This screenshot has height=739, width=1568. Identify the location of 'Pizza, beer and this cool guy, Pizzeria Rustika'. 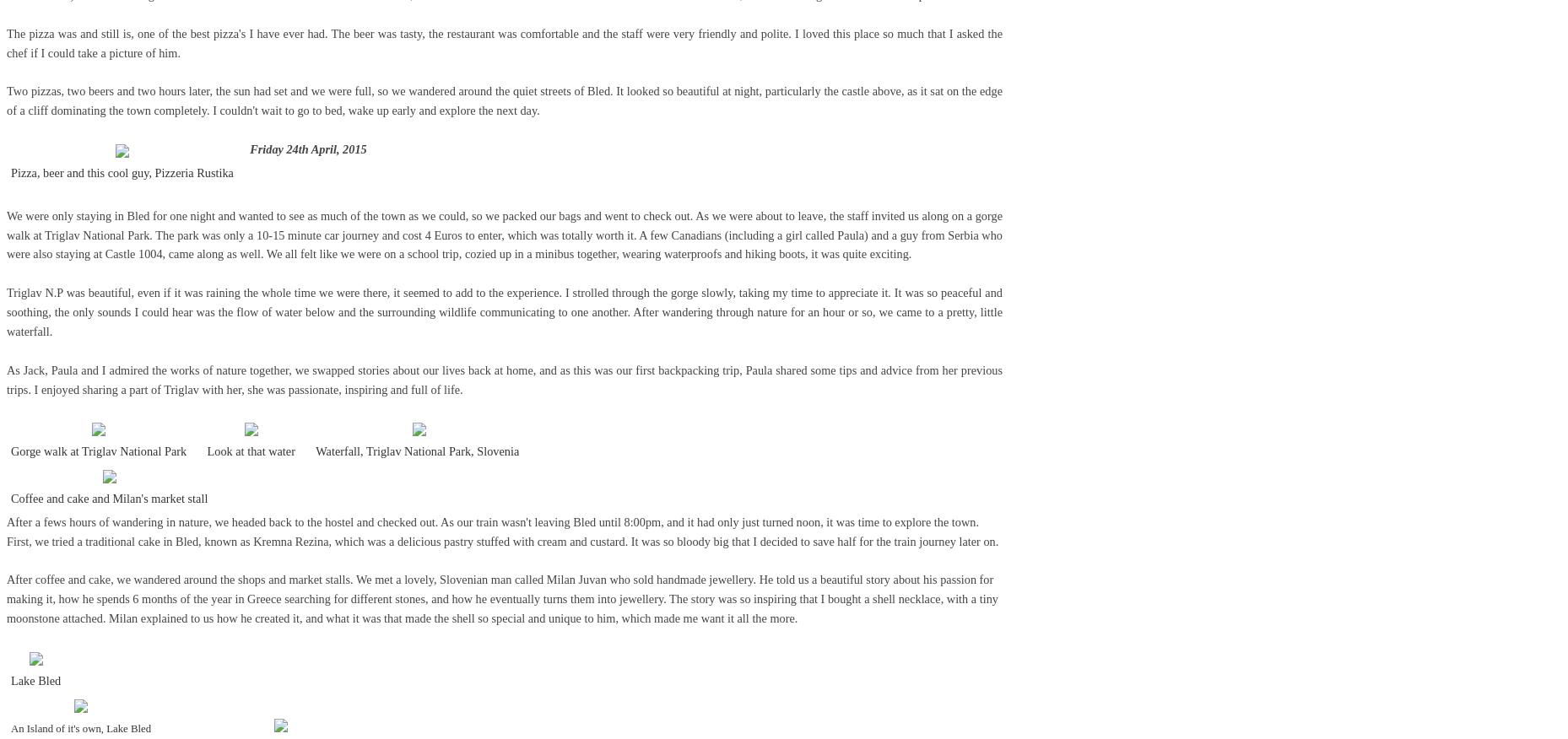
(122, 172).